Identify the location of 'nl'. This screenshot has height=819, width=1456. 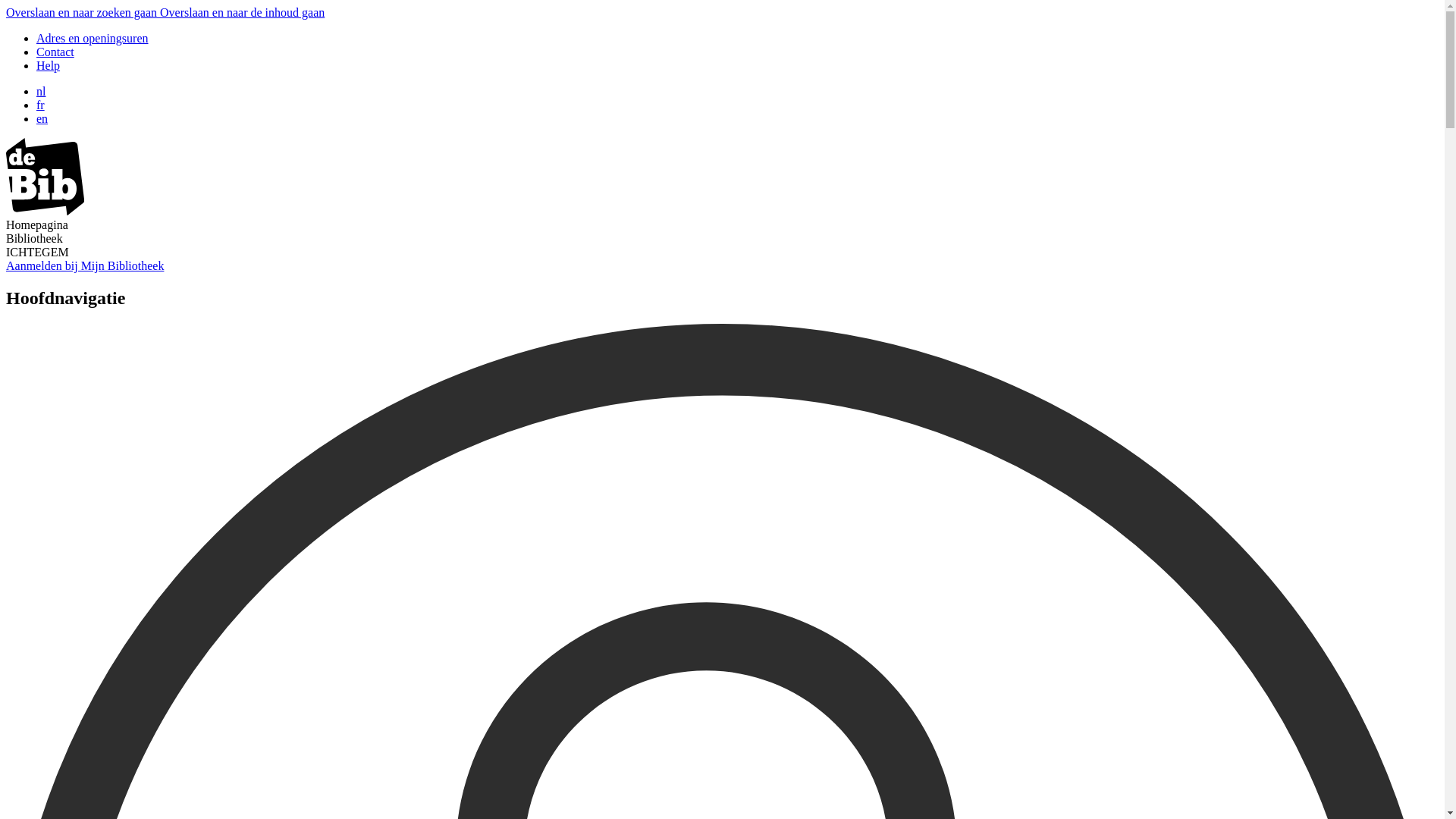
(36, 91).